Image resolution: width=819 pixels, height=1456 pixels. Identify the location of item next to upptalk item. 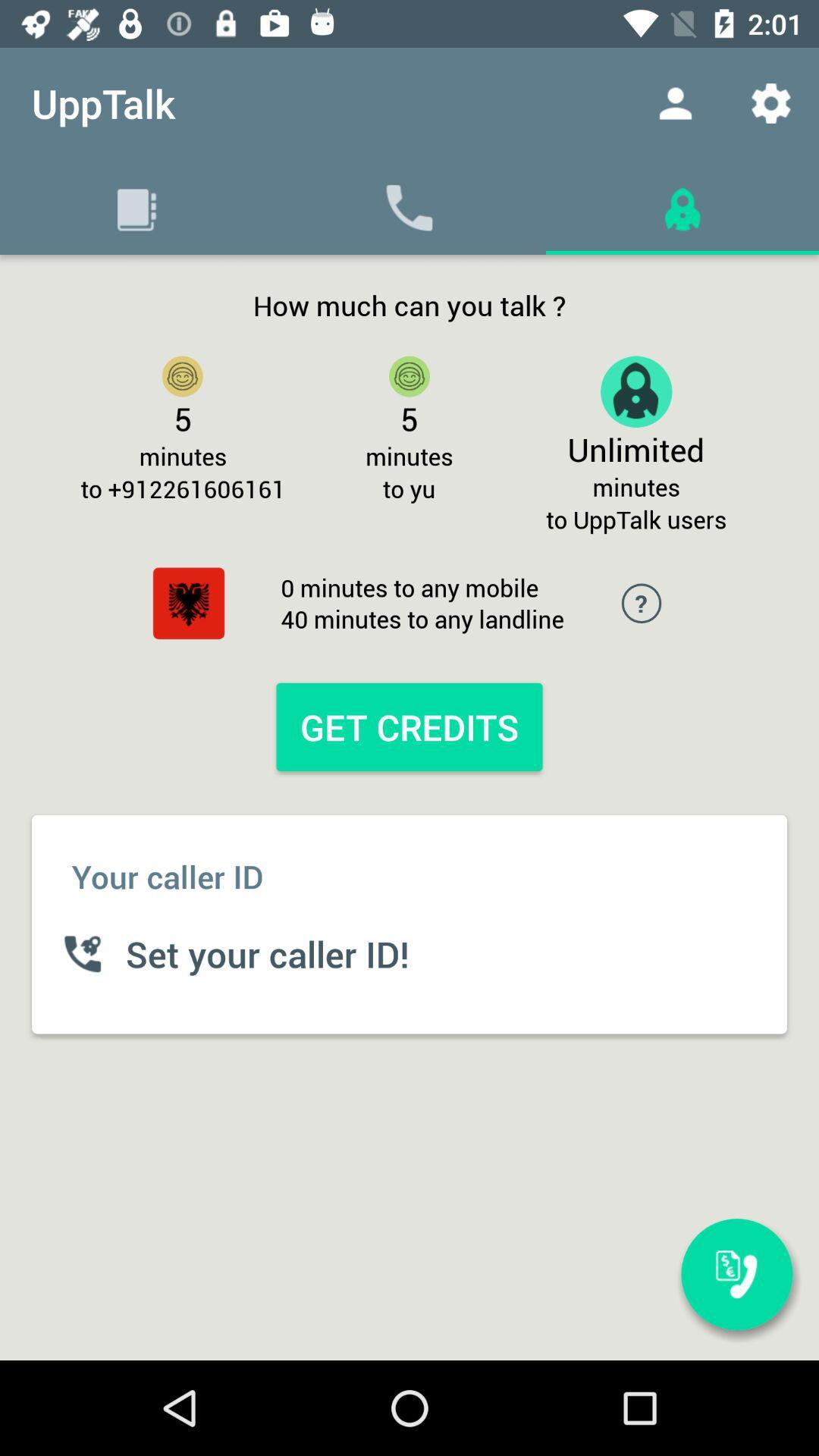
(675, 102).